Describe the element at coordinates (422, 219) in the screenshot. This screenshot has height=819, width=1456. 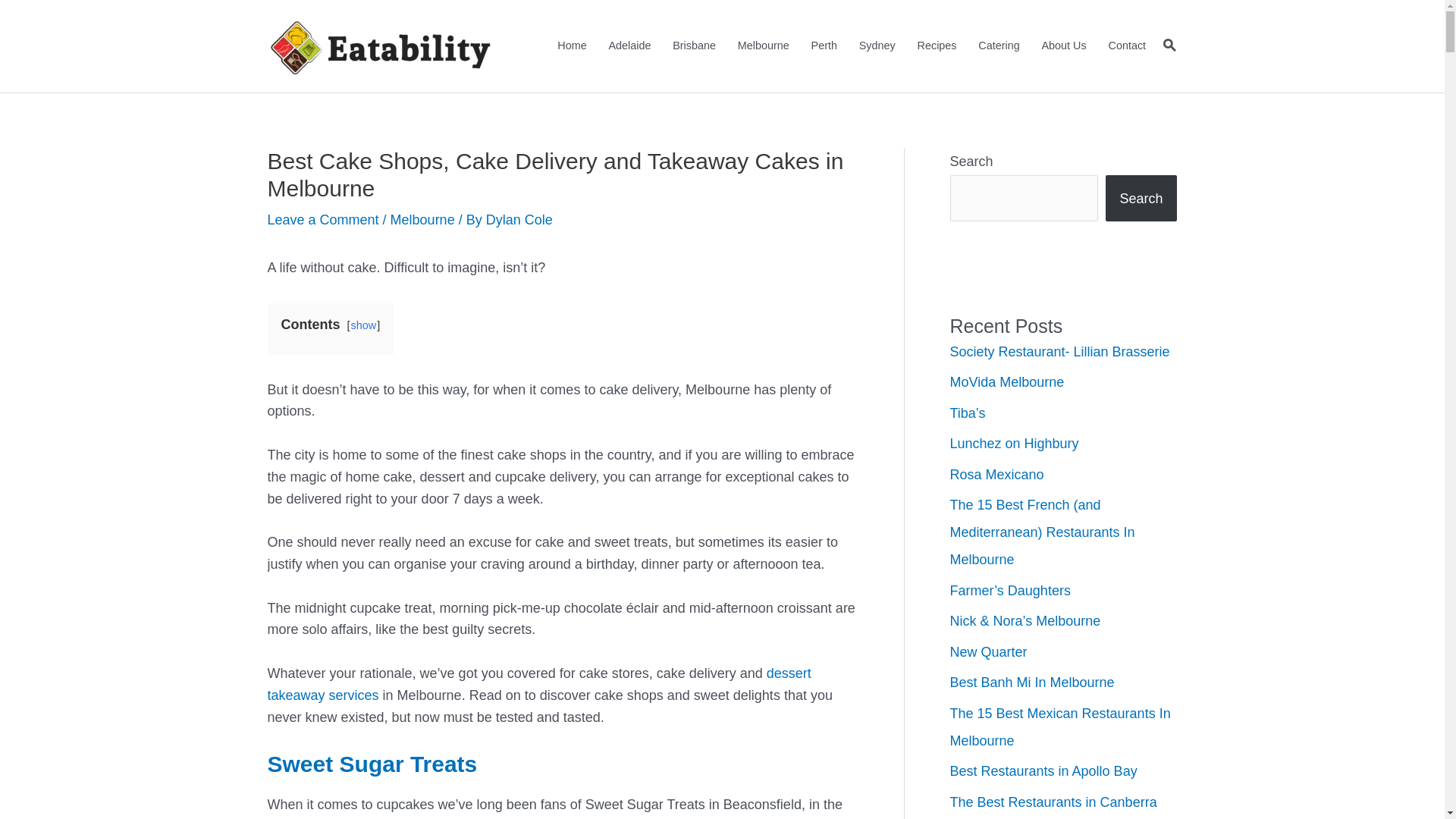
I see `'Melbourne'` at that location.